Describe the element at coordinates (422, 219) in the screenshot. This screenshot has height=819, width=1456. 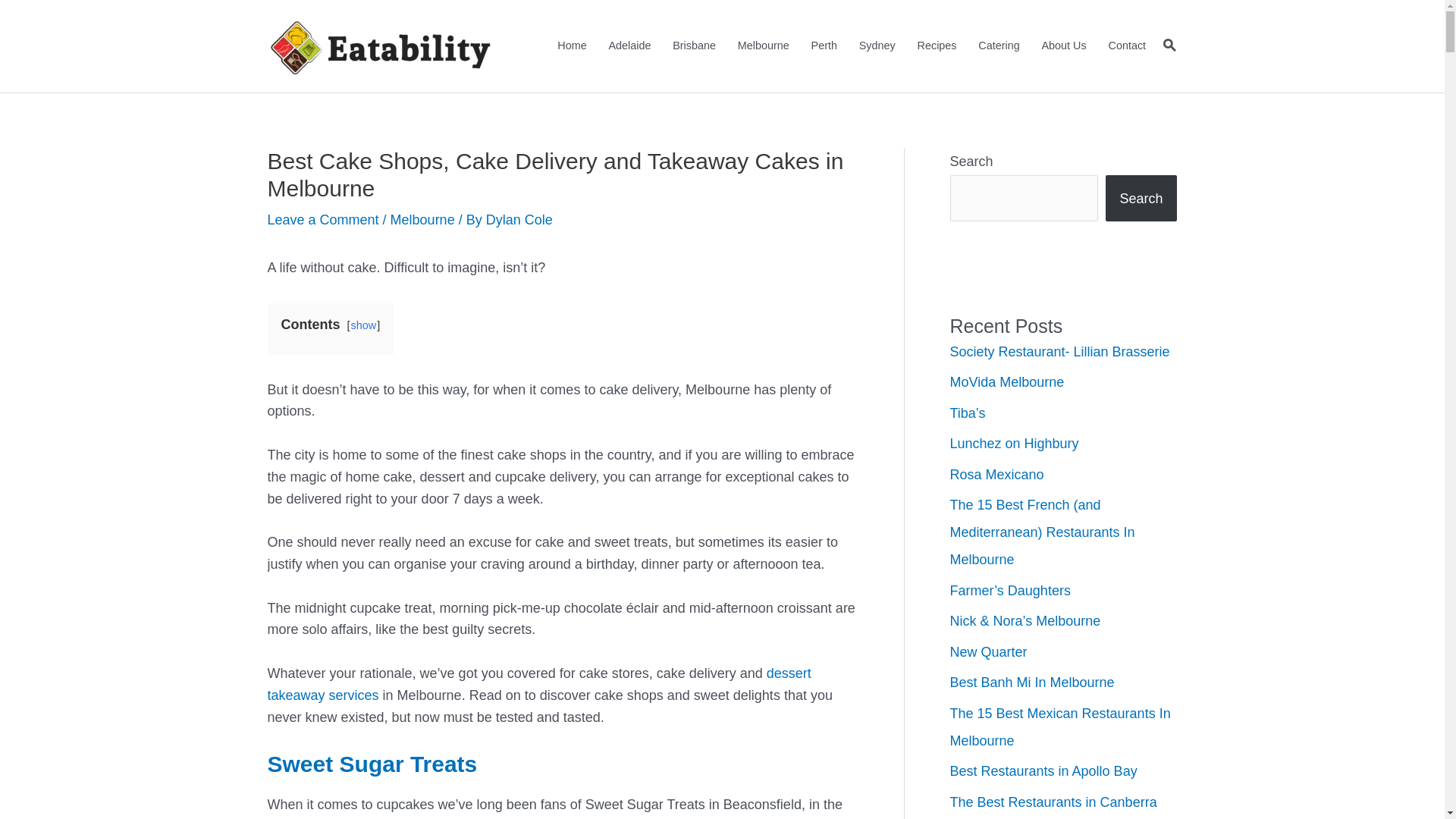
I see `'Melbourne'` at that location.